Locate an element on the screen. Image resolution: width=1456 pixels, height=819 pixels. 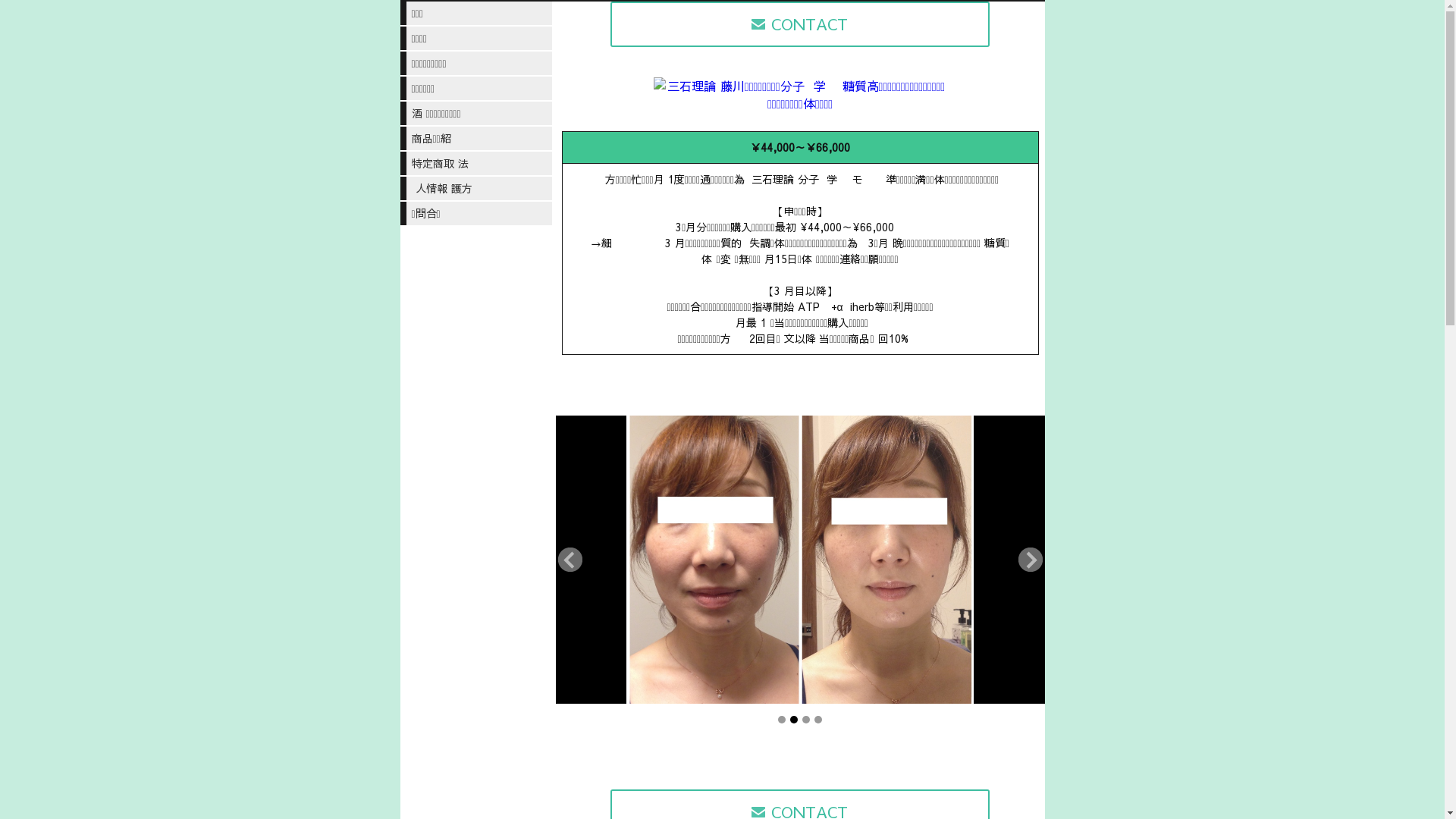
'1' is located at coordinates (782, 718).